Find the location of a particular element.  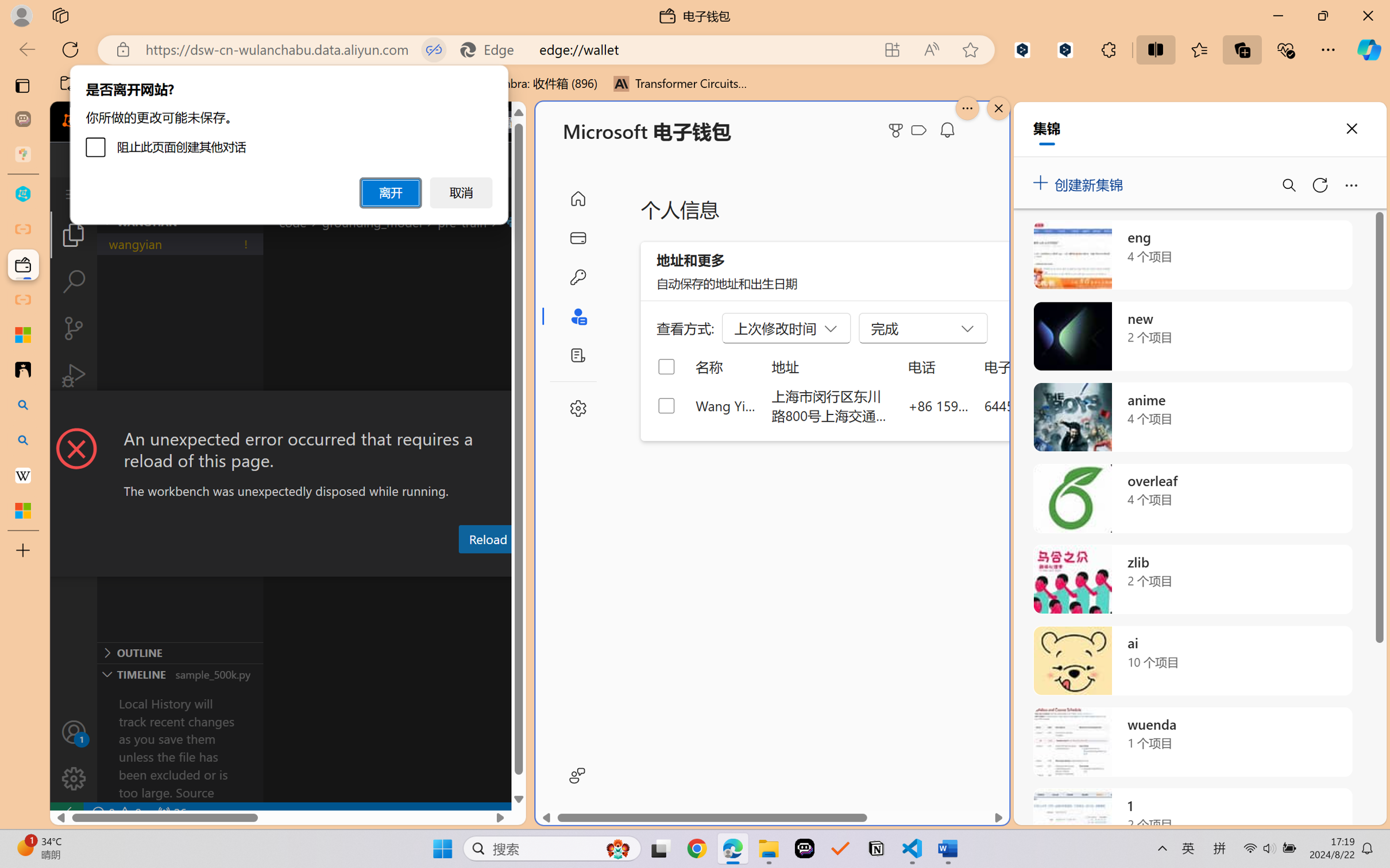

'Run and Debug (Ctrl+Shift+D)' is located at coordinates (73, 375).